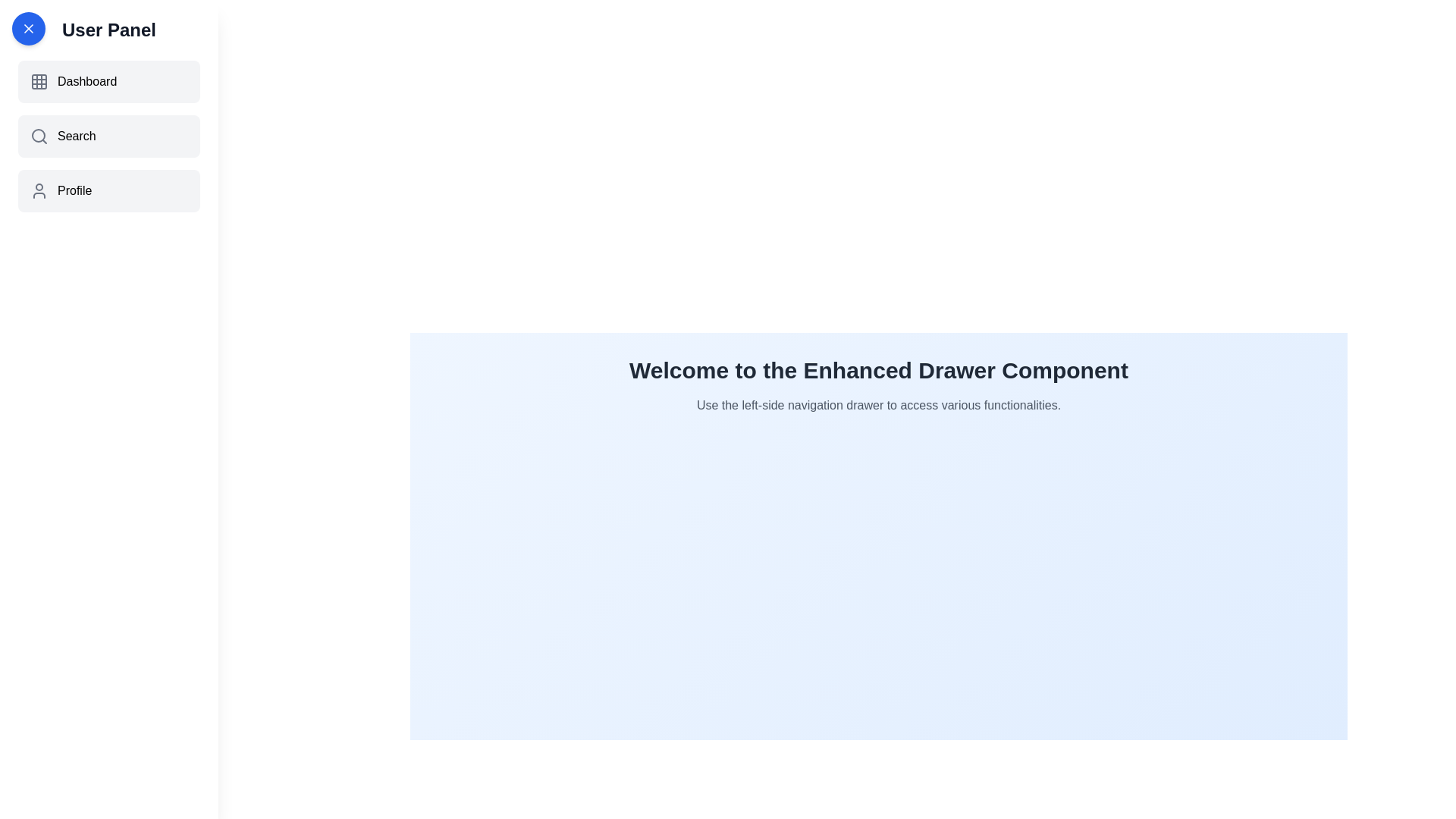  I want to click on the 'Profile' text label in the navigation menu, so click(74, 190).